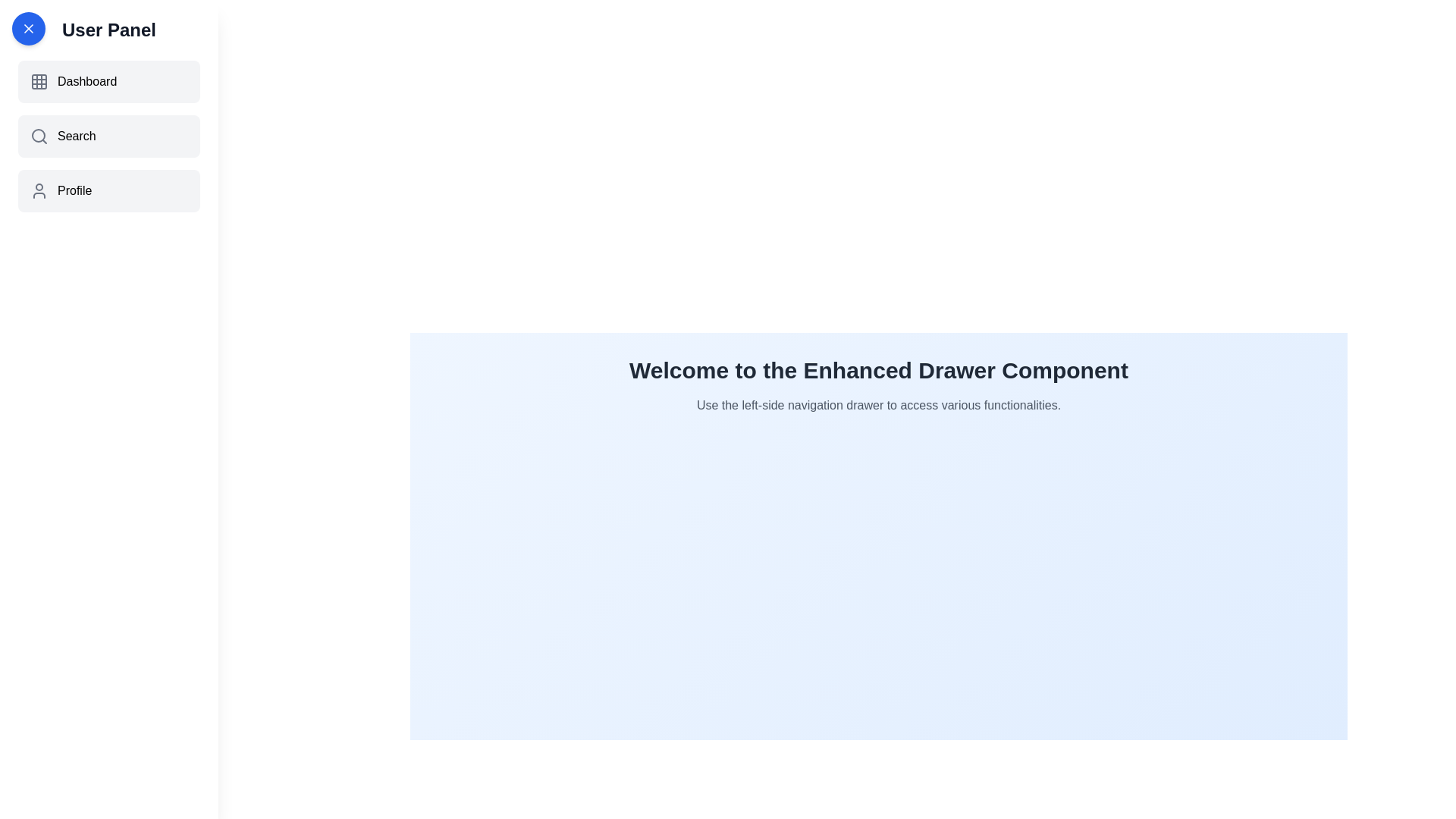  I want to click on the 'Profile' text label in the navigation menu, so click(74, 190).